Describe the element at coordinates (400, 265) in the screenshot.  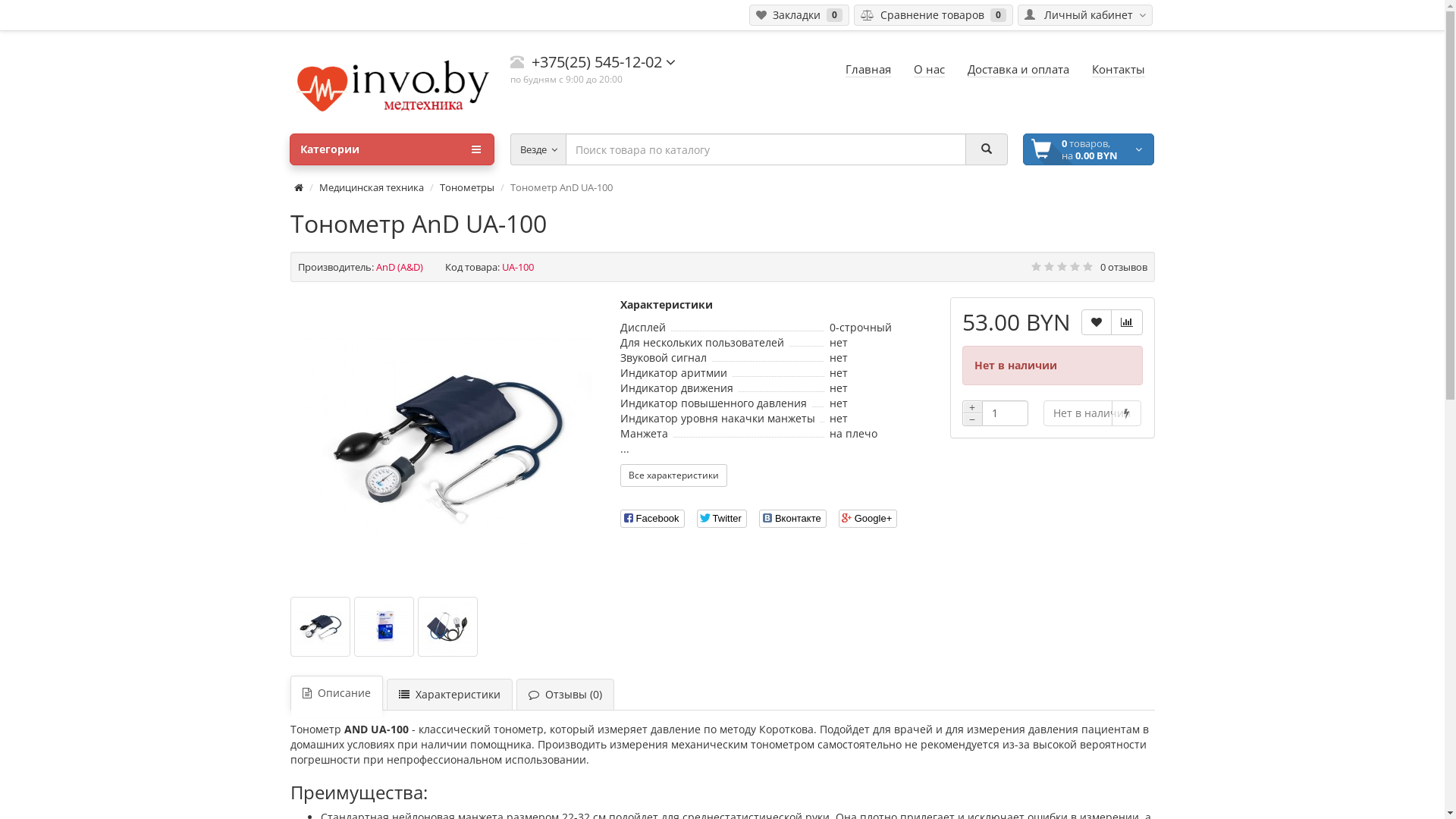
I see `'AnD (A&D)'` at that location.